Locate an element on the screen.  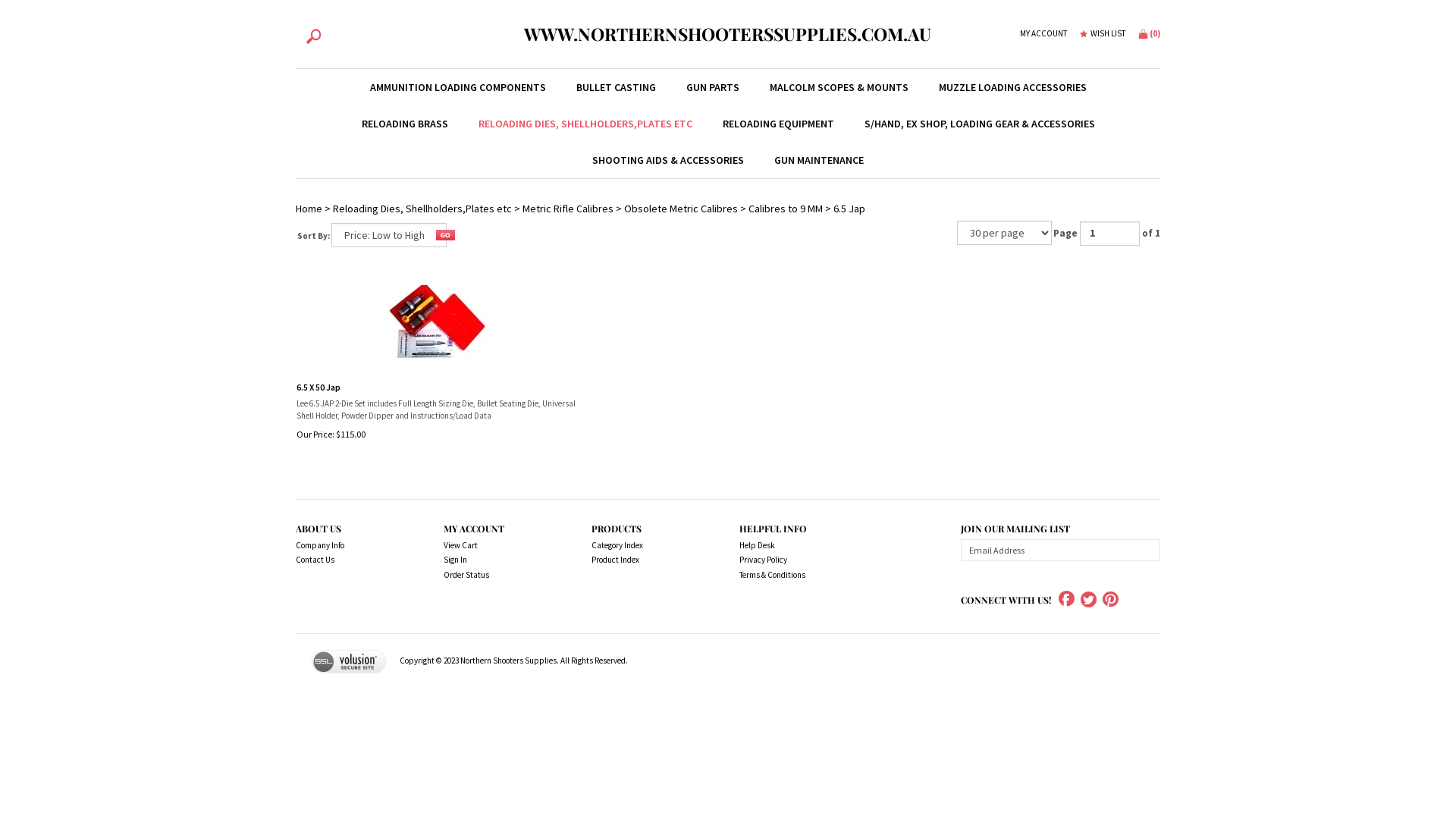
'AMMUNITION LOADING COMPONENTS' is located at coordinates (457, 87).